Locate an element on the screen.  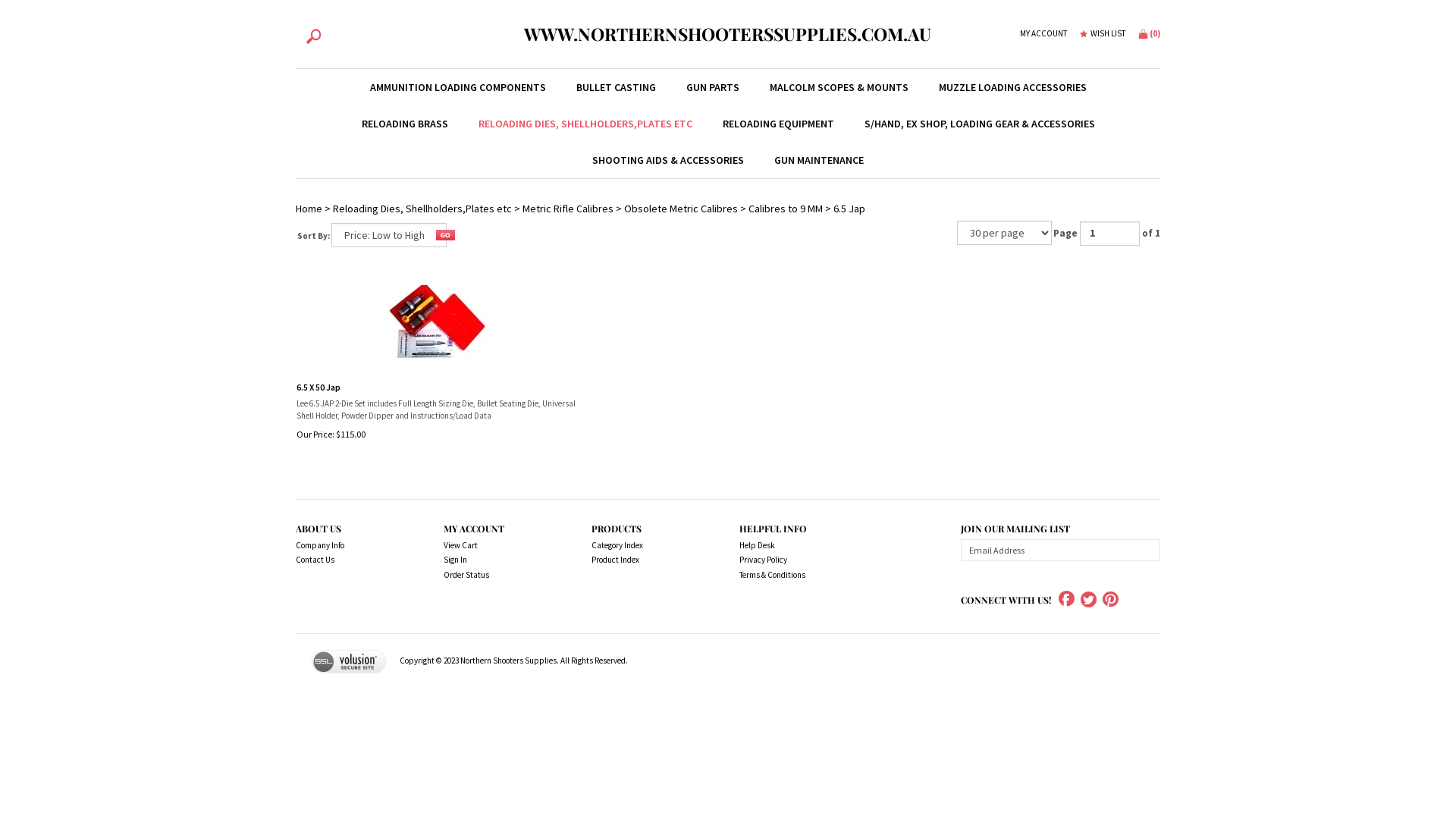
'AMMUNITION LOADING COMPONENTS' is located at coordinates (457, 87).